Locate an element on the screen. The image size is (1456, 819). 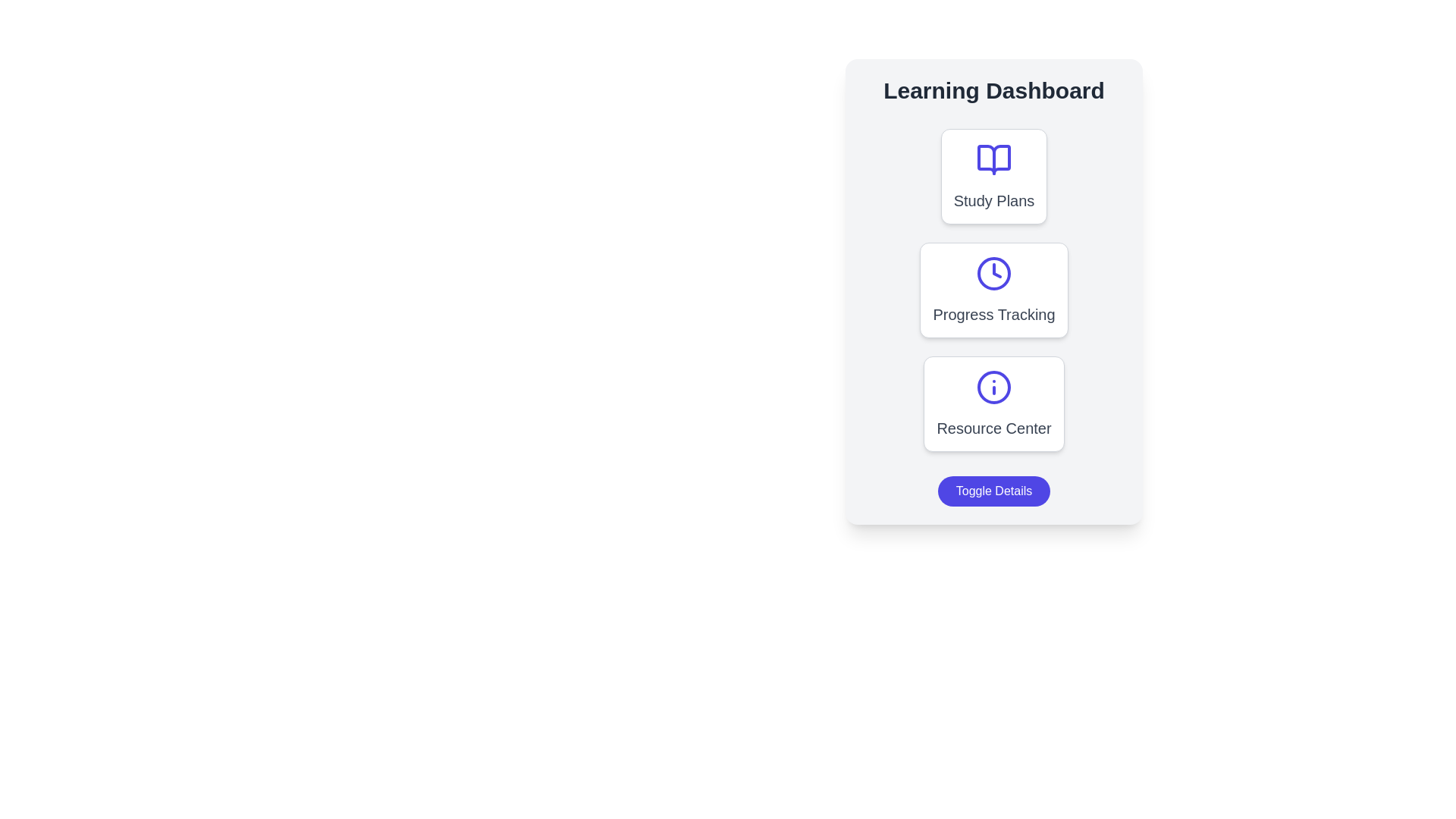
the clickable card that serves as an access point to the 'Resource Center' section, located at the bottom of a group of three vertically stacked cards is located at coordinates (993, 403).